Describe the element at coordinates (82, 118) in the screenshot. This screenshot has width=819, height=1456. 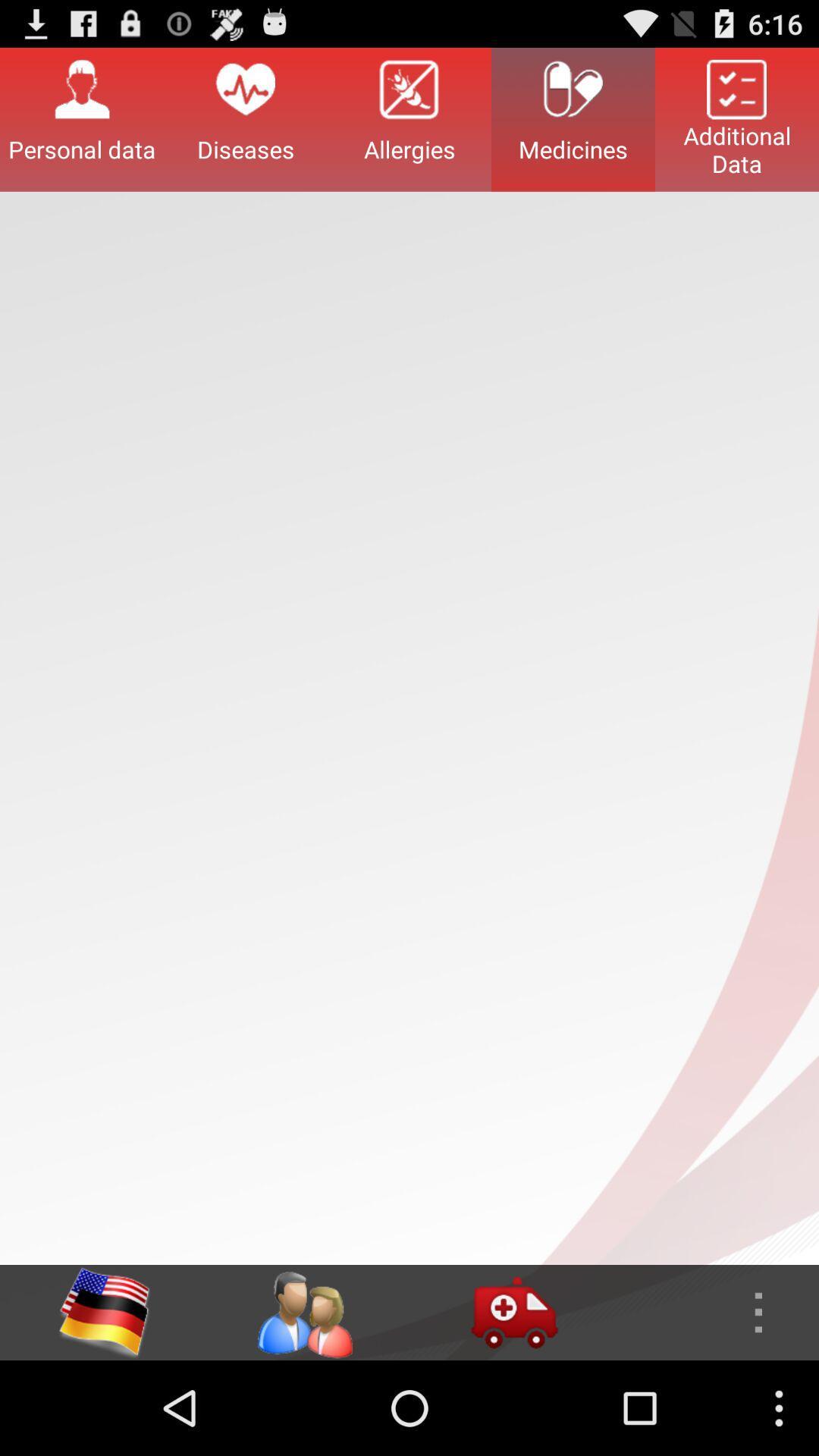
I see `the personal data item` at that location.